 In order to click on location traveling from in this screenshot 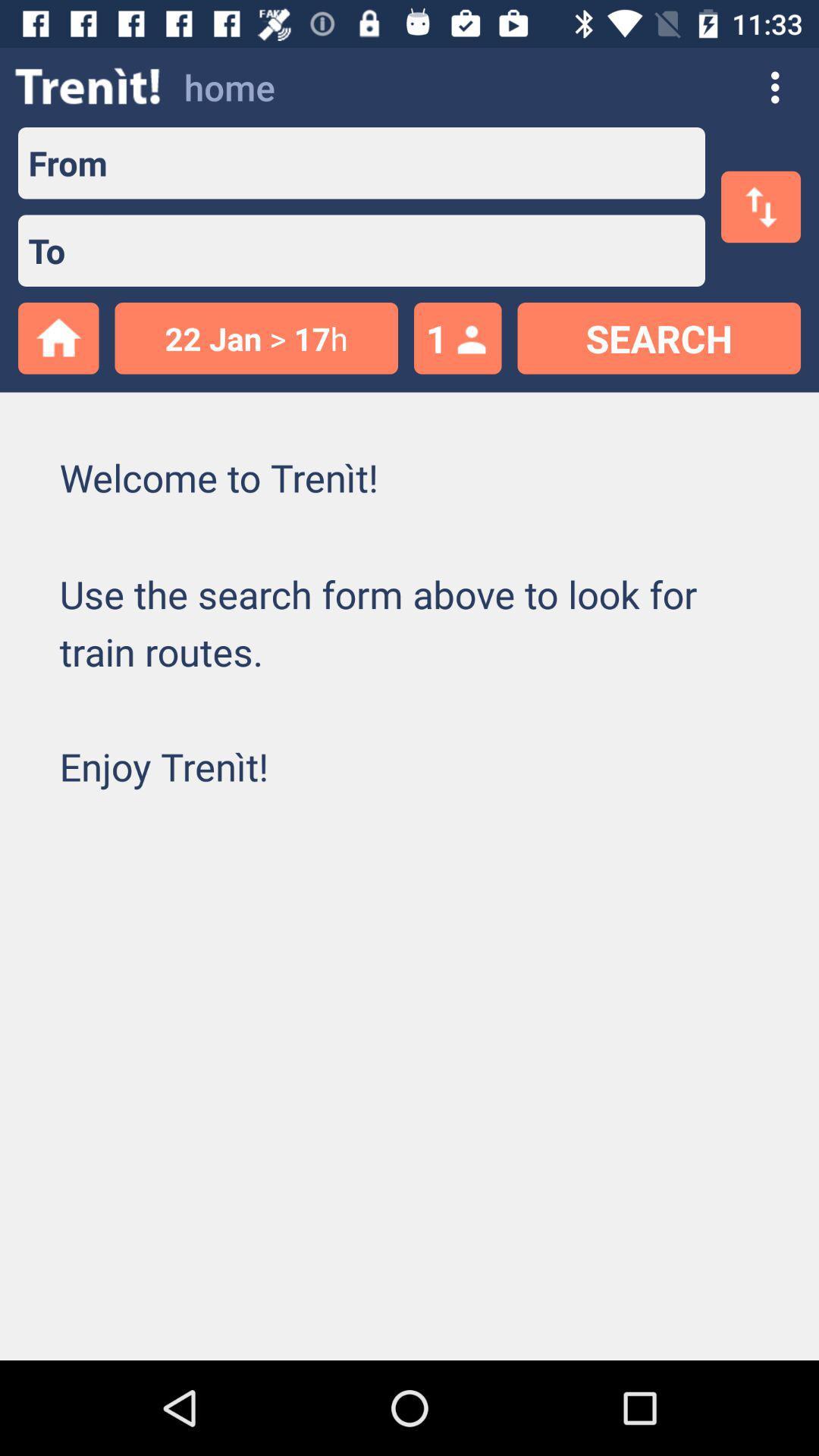, I will do `click(405, 163)`.